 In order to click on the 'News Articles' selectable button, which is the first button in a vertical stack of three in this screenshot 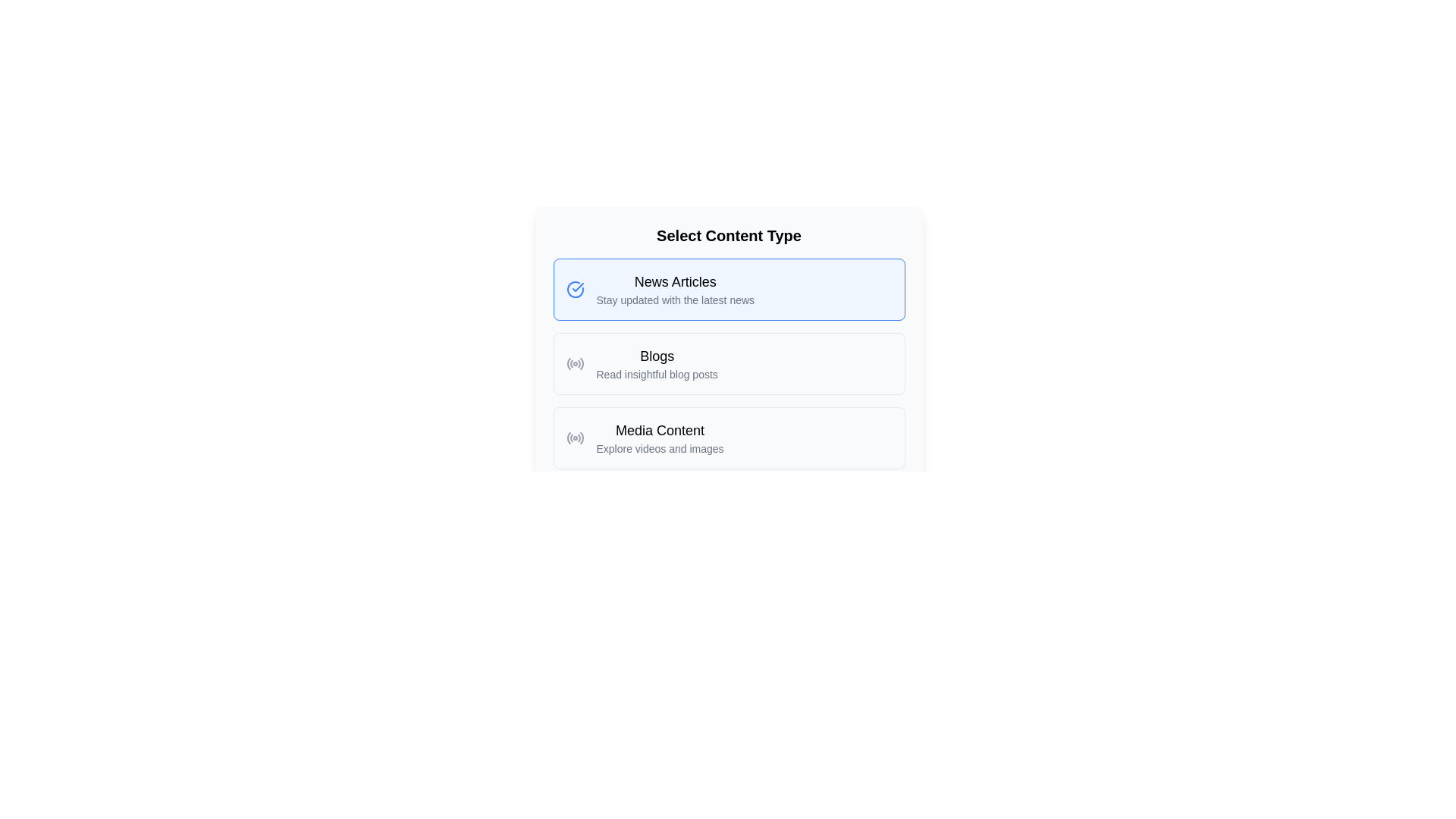, I will do `click(729, 289)`.